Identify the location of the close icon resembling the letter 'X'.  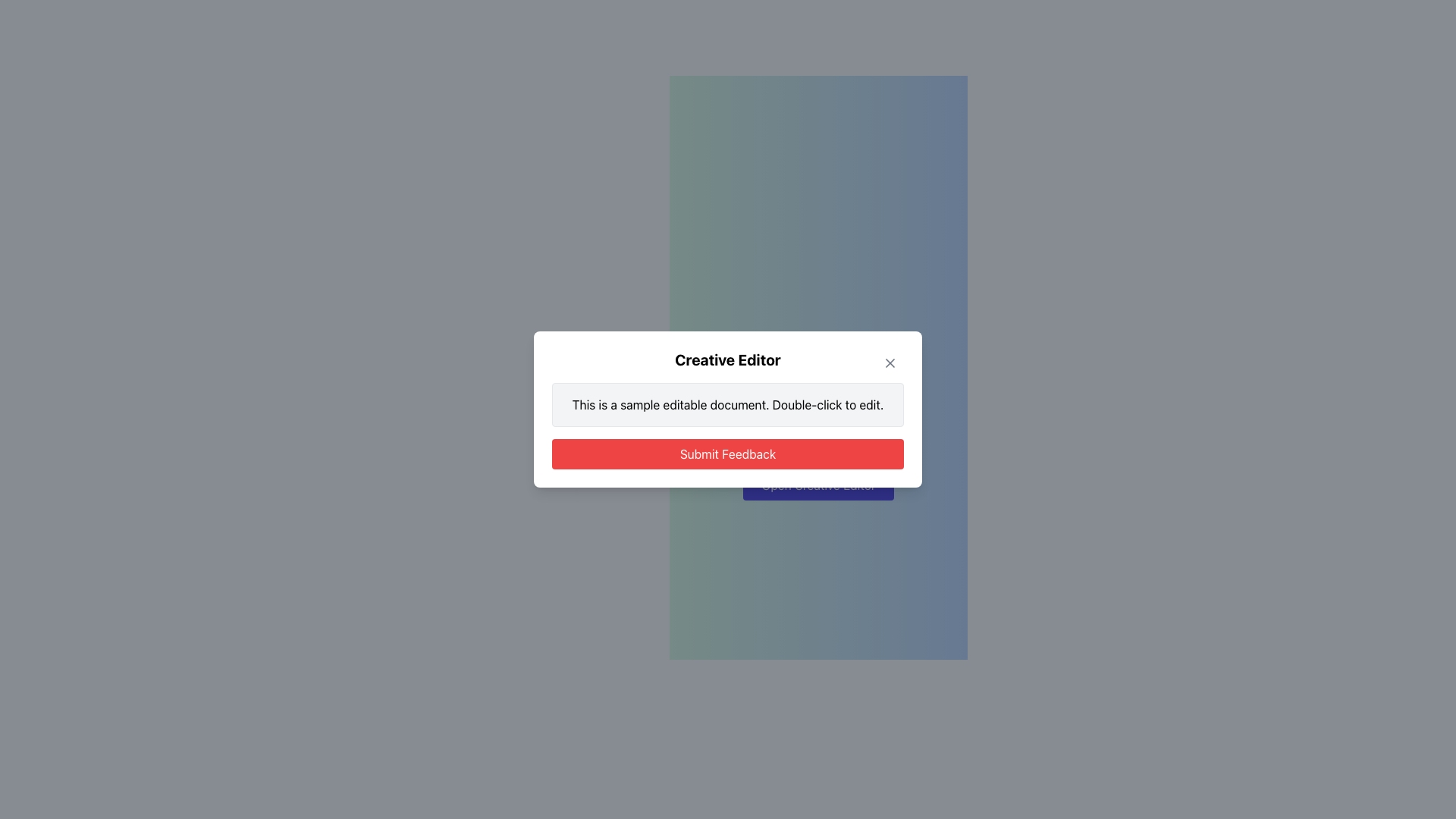
(890, 362).